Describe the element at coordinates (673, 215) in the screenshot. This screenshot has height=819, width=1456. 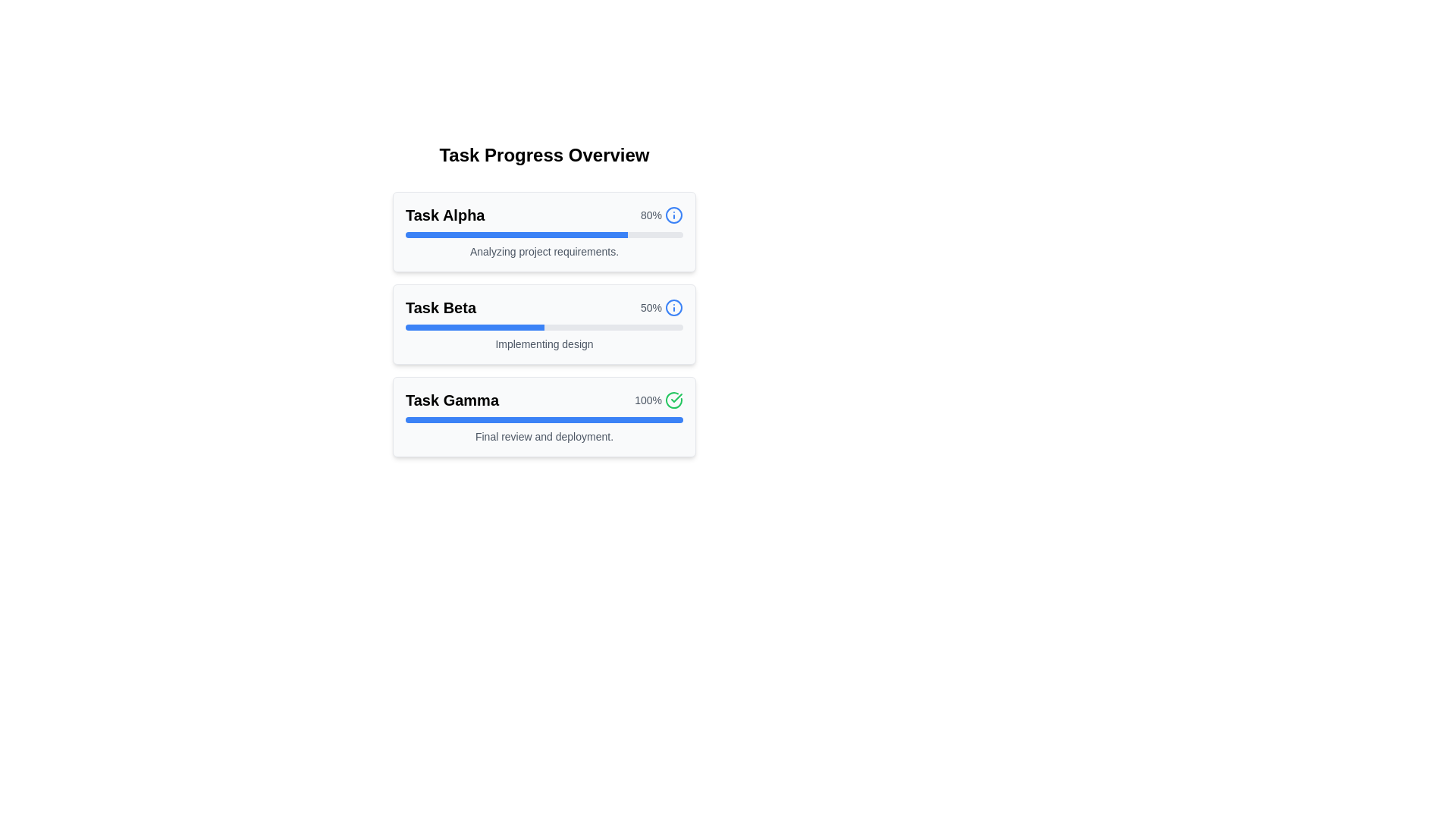
I see `the circular element in the SVG graphic that represents a node or marker, located near the task information labeled 'Task Beta' in the second row` at that location.